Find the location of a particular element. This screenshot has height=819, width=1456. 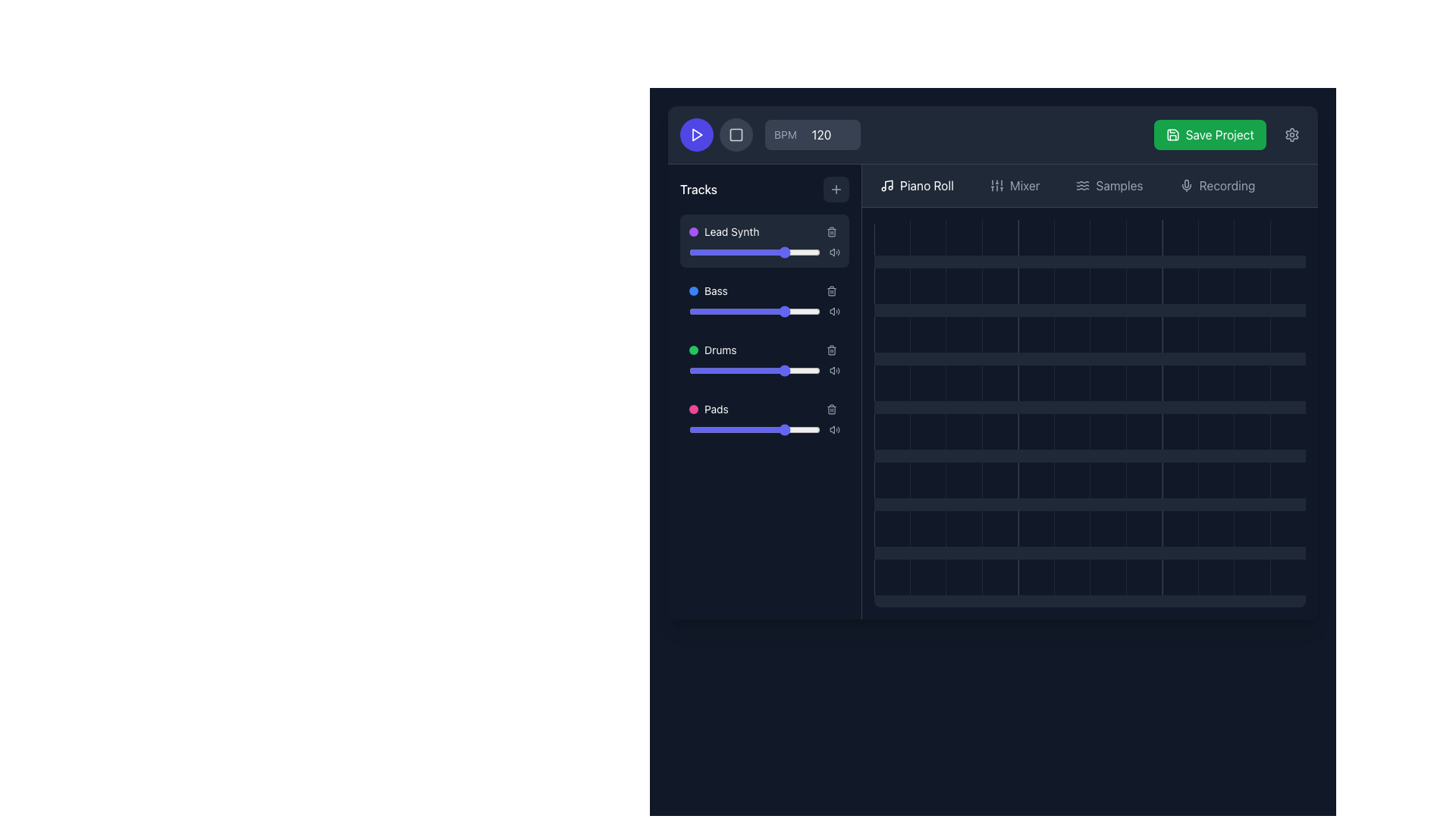

the bass level is located at coordinates (748, 311).